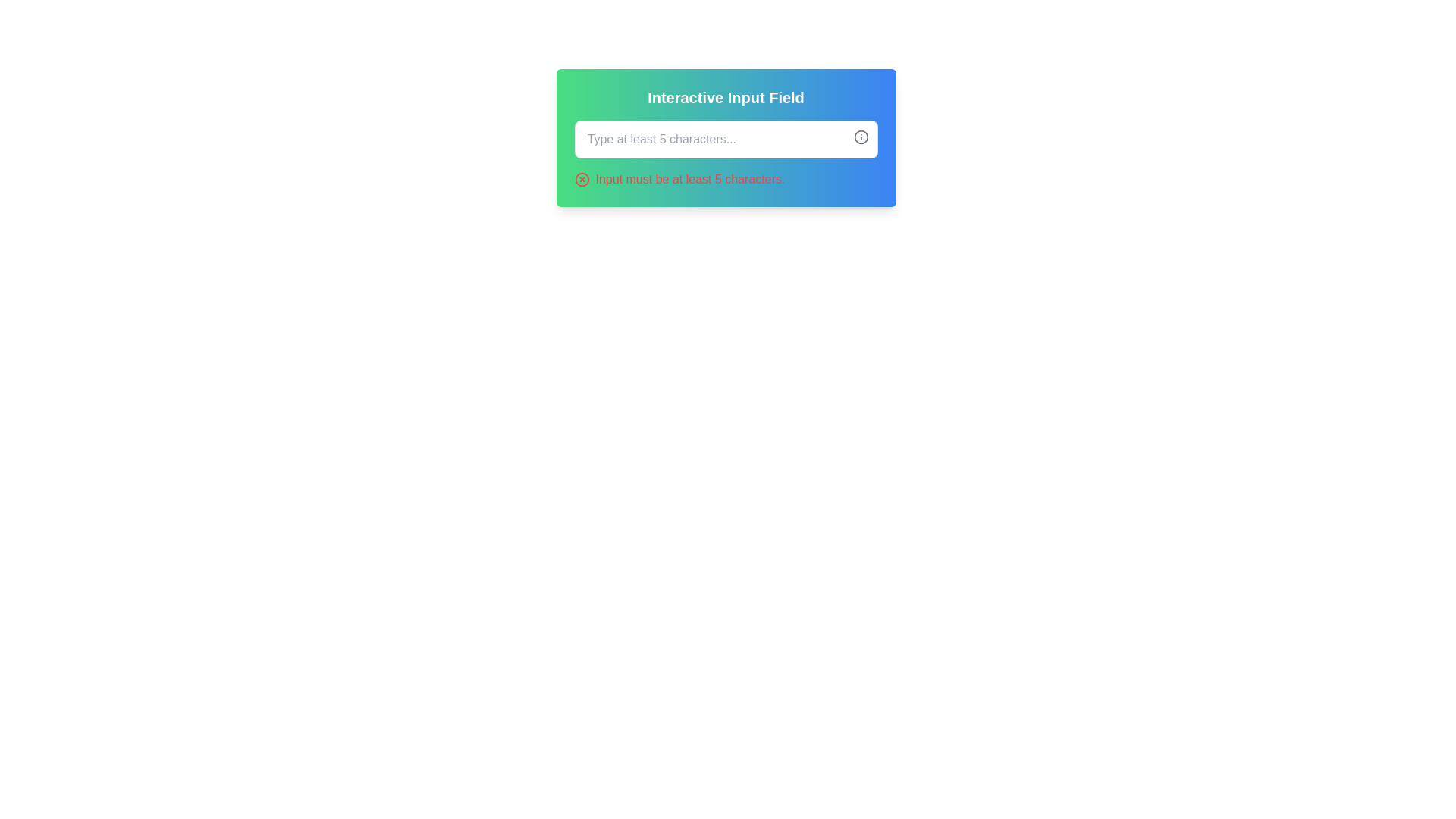 This screenshot has height=819, width=1456. I want to click on the circular outline of the icon located to the right of the text input field within the interface, so click(861, 137).